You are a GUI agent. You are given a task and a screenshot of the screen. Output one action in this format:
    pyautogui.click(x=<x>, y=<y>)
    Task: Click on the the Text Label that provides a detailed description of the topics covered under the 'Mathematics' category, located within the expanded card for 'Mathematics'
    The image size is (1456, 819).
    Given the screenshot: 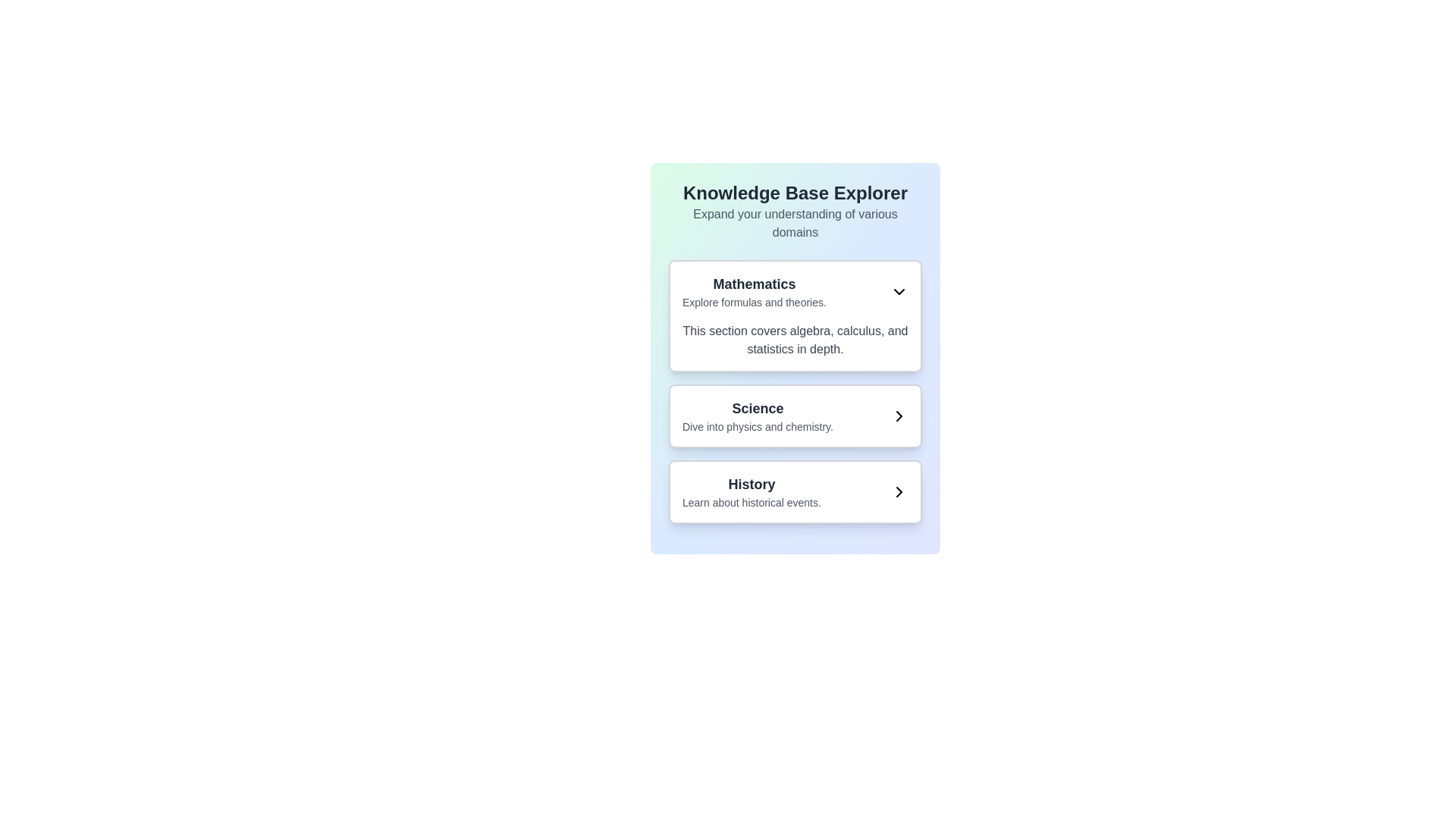 What is the action you would take?
    pyautogui.click(x=795, y=339)
    